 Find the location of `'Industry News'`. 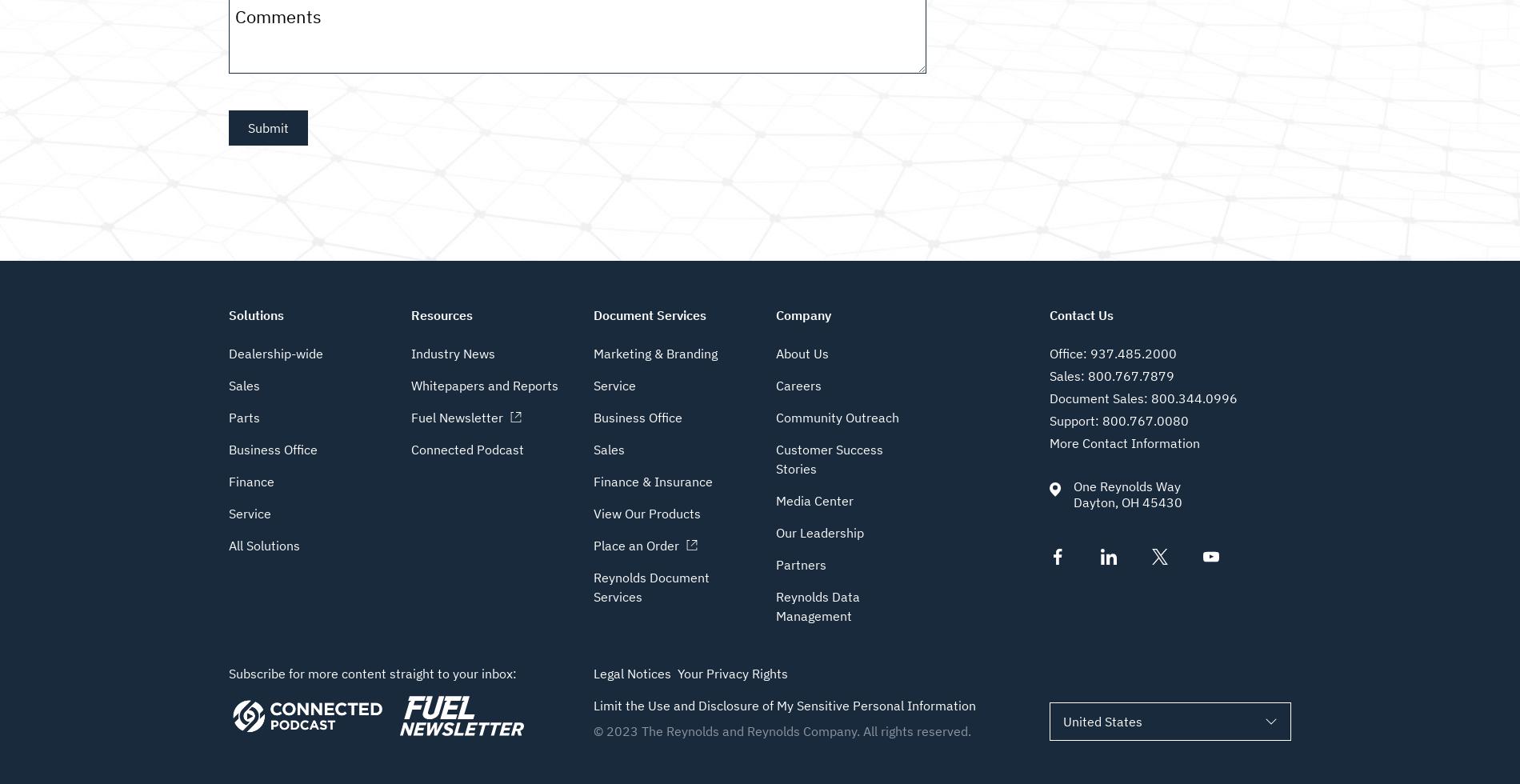

'Industry News' is located at coordinates (410, 353).